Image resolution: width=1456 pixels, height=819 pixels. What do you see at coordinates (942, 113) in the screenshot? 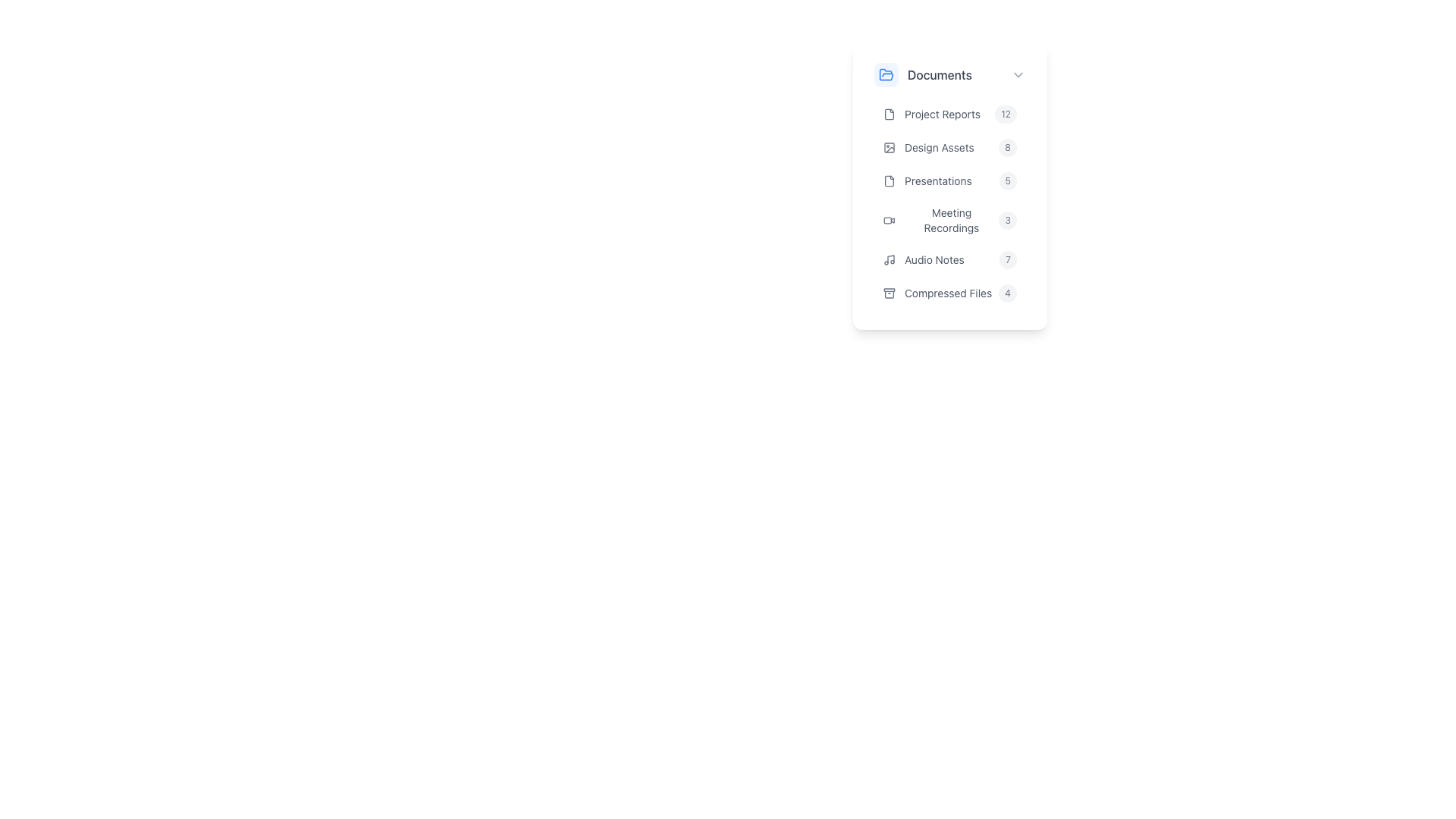
I see `the 'Project Reports' static text label located in the vertical menu under the 'Documents' header` at bounding box center [942, 113].